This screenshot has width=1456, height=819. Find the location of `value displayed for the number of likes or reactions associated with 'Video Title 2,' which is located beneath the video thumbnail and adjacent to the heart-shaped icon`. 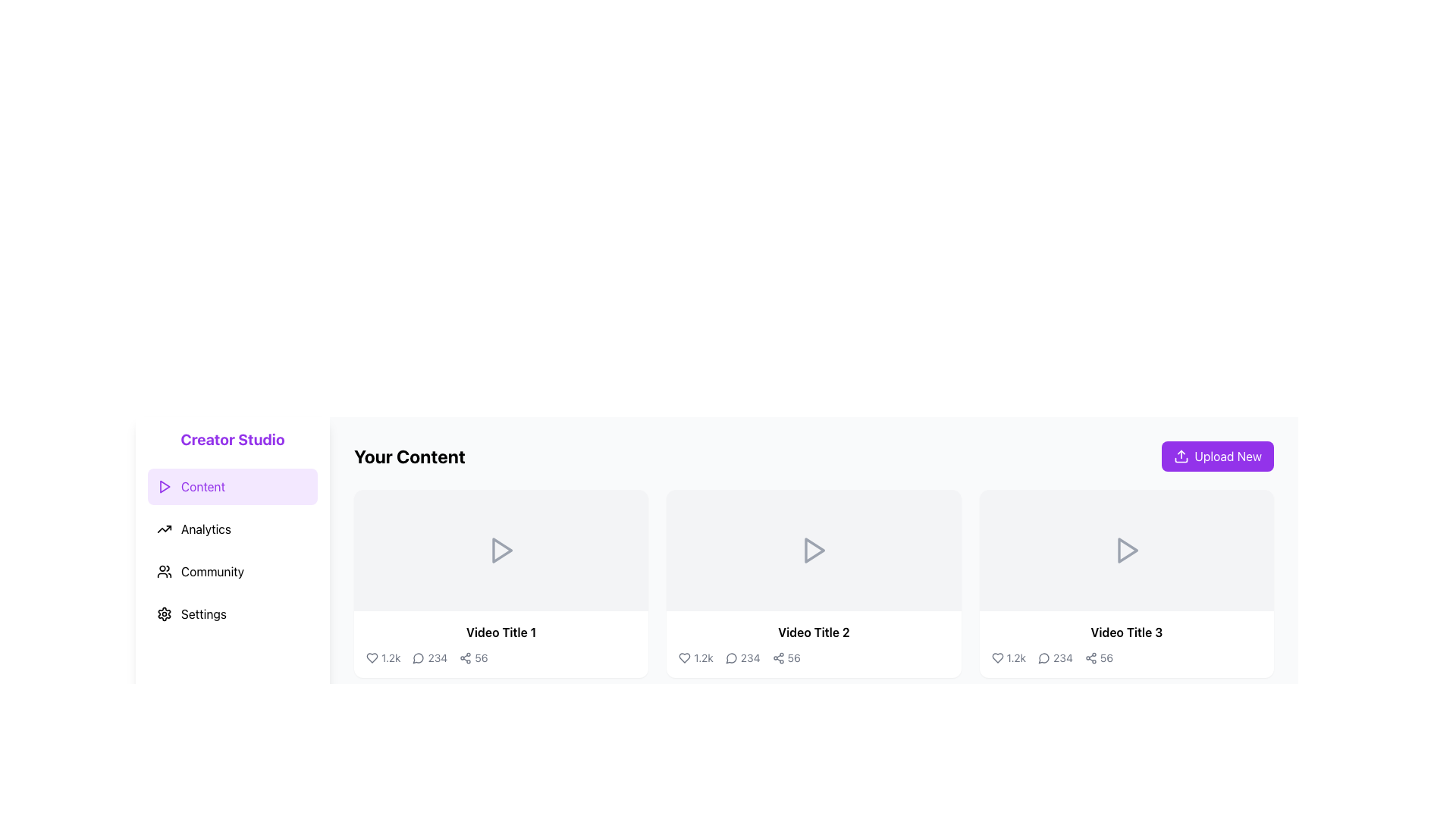

value displayed for the number of likes or reactions associated with 'Video Title 2,' which is located beneath the video thumbnail and adjacent to the heart-shaped icon is located at coordinates (703, 657).